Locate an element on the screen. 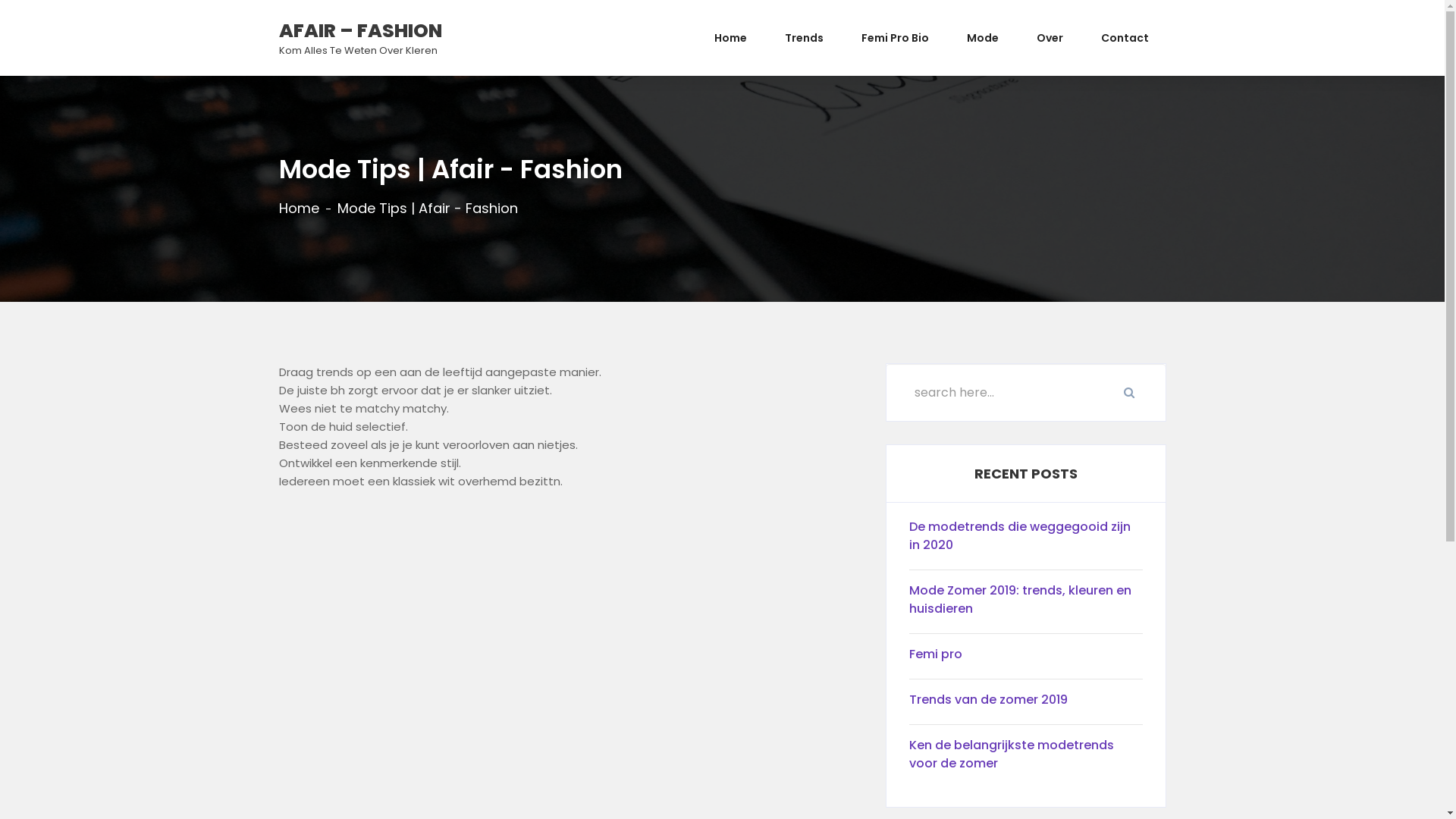 Image resolution: width=1456 pixels, height=819 pixels. 'Trends' is located at coordinates (803, 37).